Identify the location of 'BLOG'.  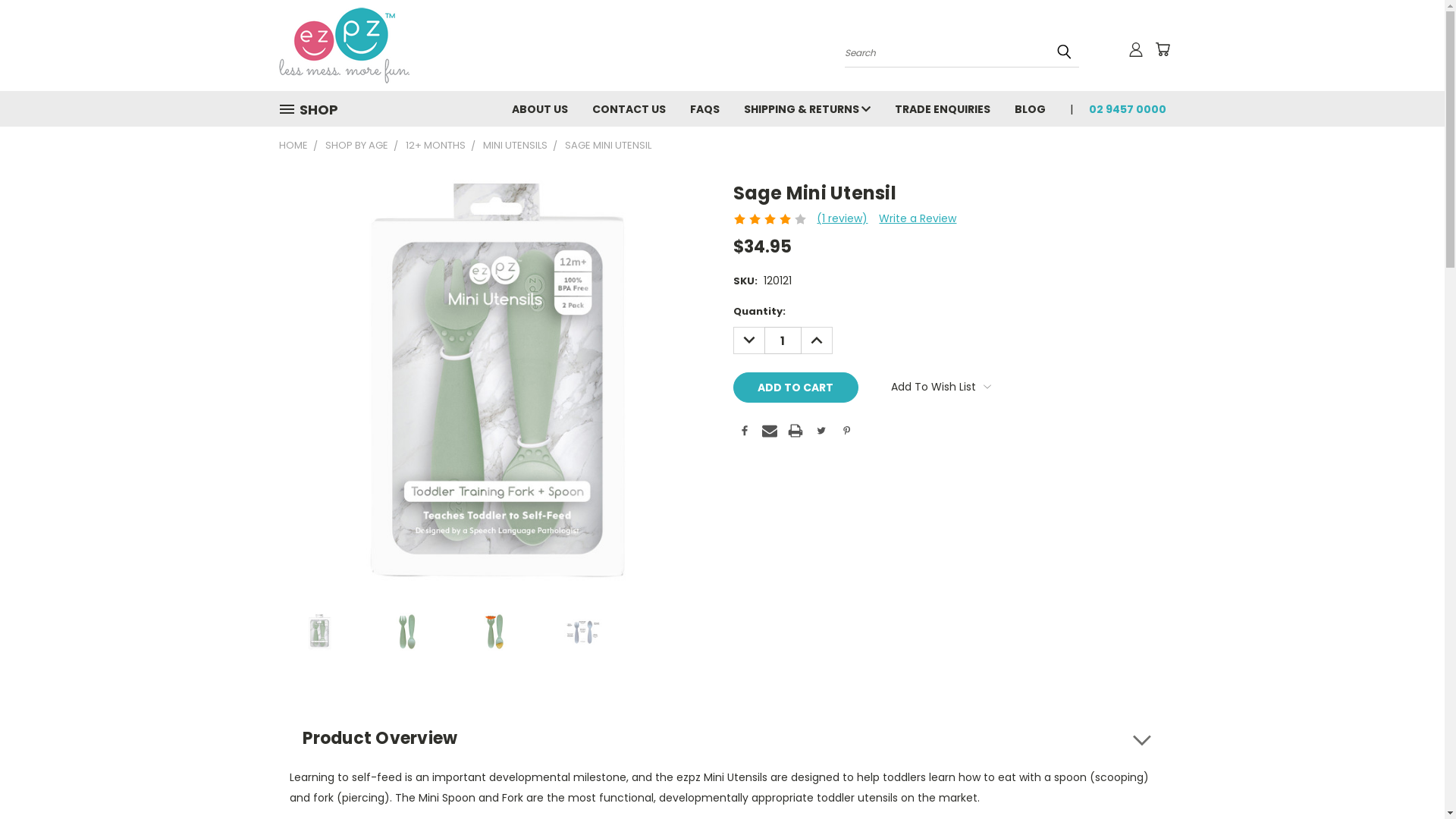
(1030, 107).